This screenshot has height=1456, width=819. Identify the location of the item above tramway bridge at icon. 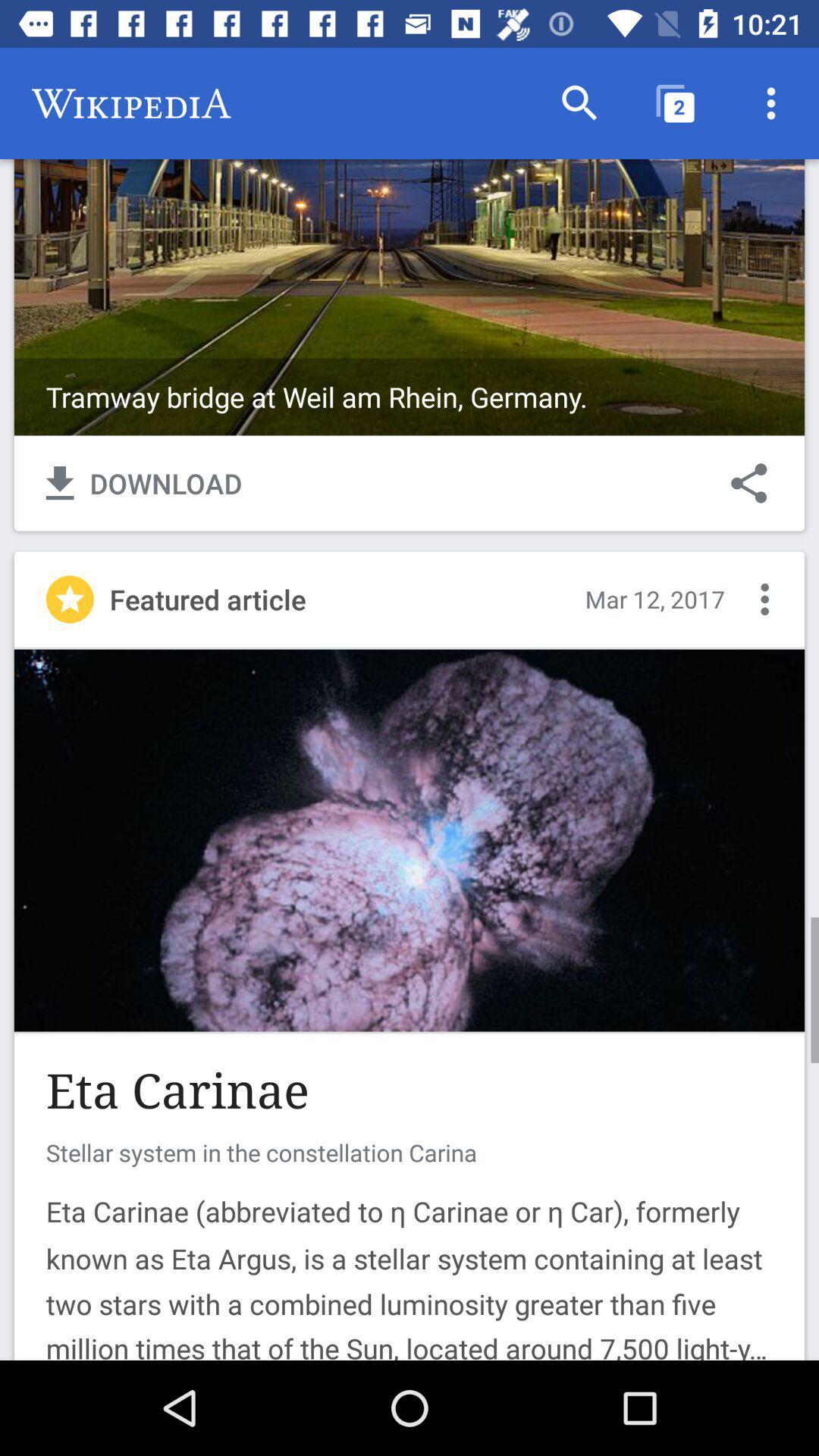
(675, 102).